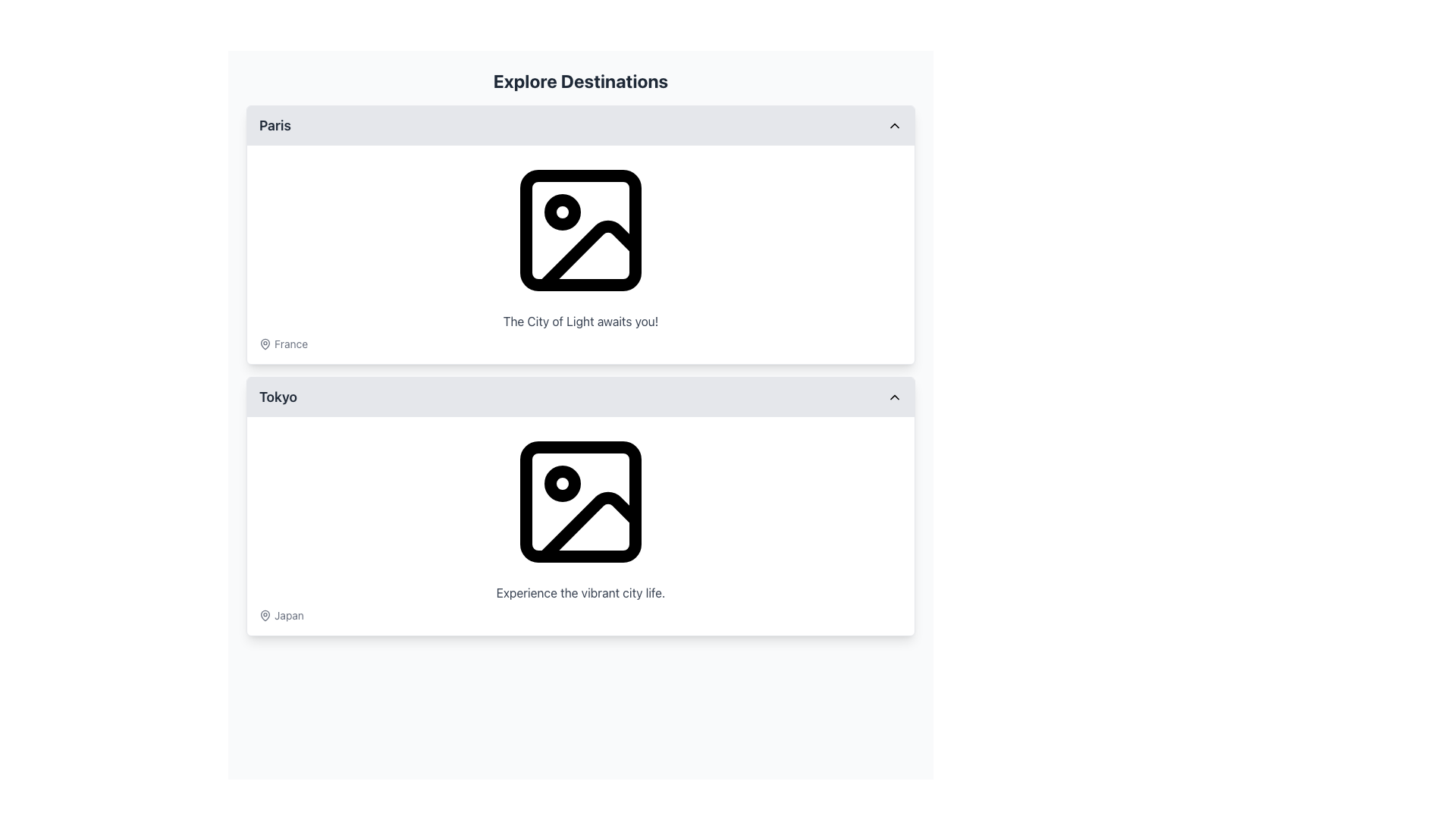  I want to click on the bold heading text 'Explore Destinations', so click(580, 81).